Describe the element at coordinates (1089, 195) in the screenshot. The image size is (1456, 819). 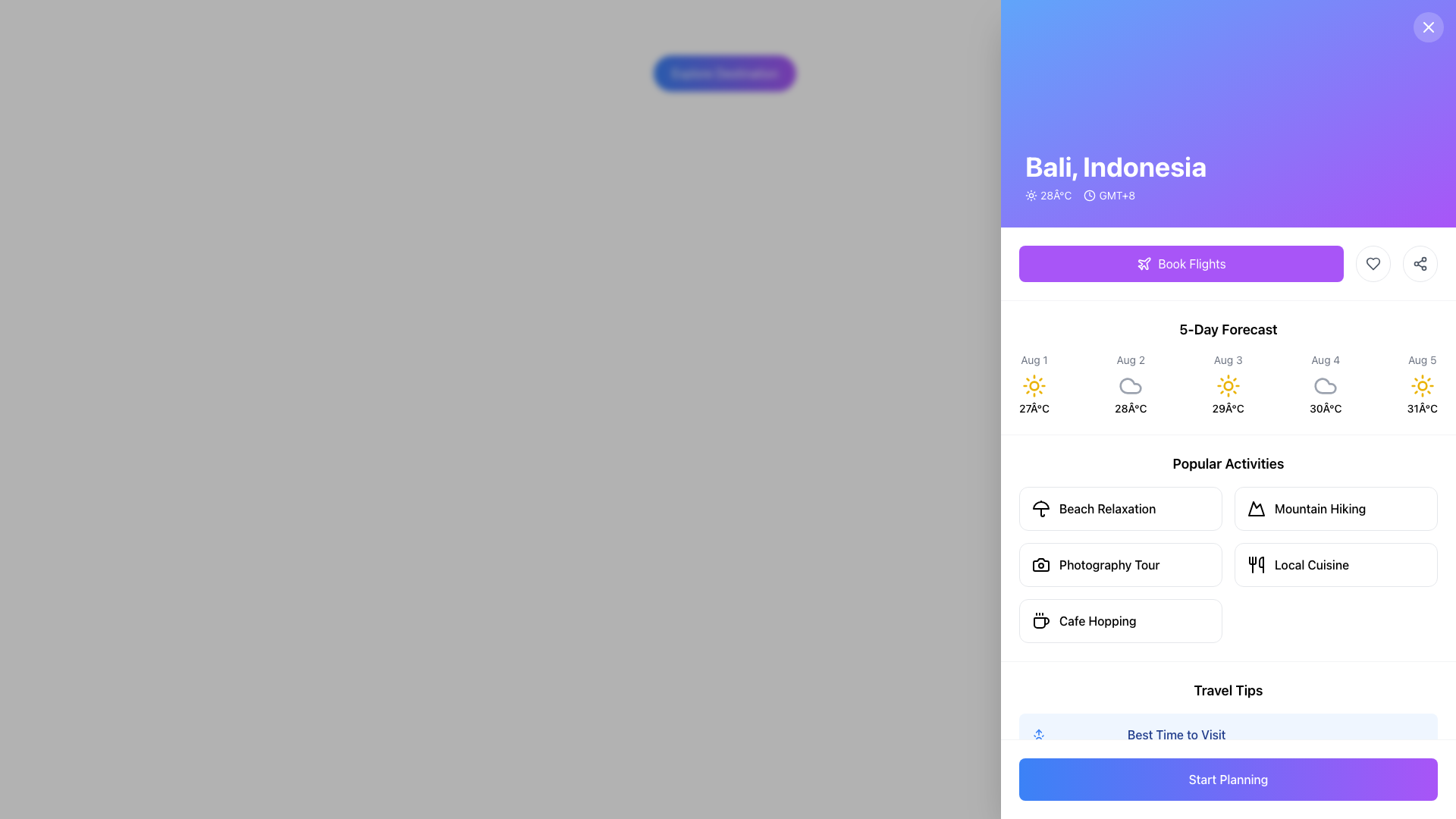
I see `the timezone icon located to the left of the 'GMT+8' text and to the right of the temperature display` at that location.